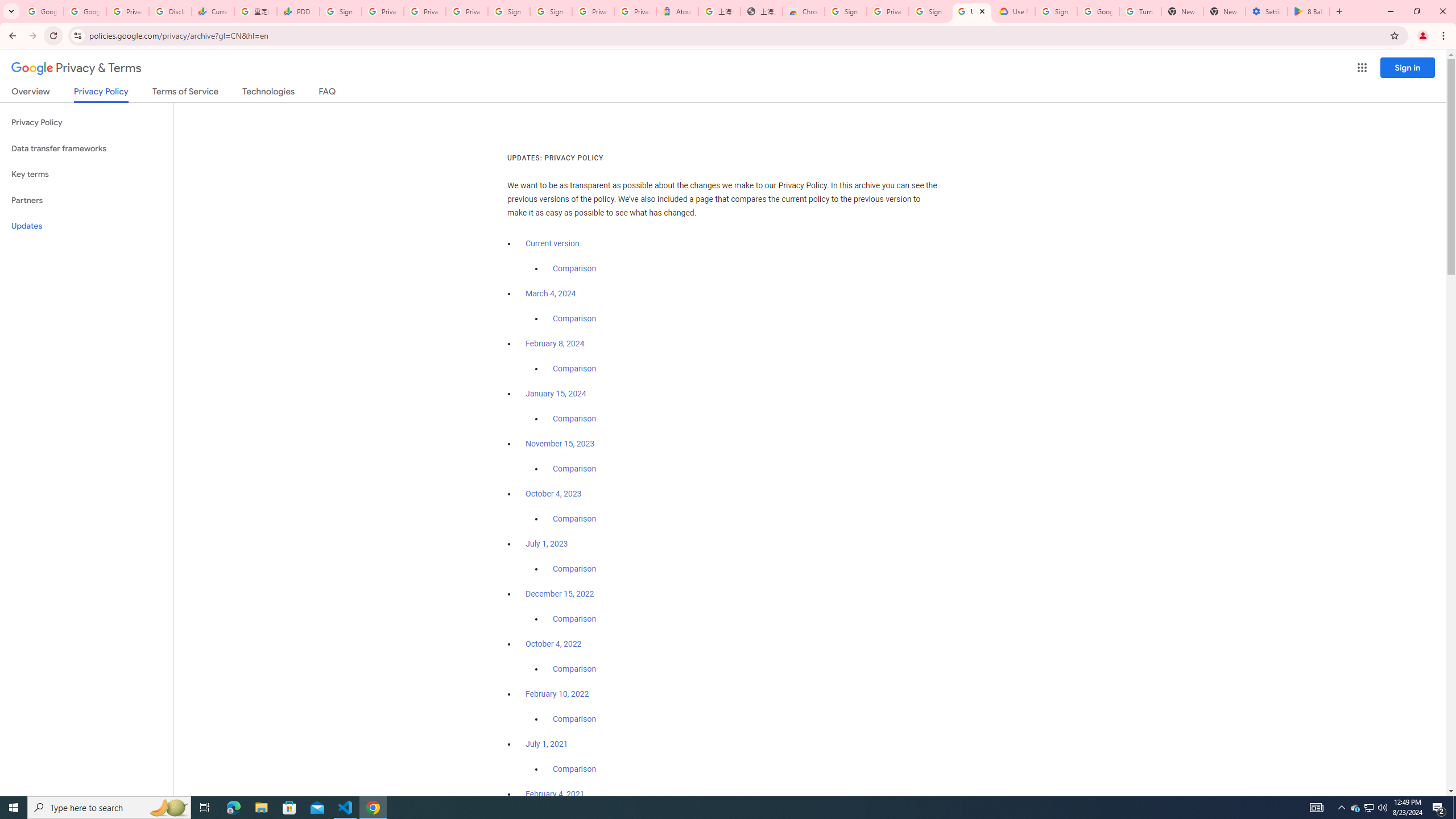  I want to click on 'Comparison', so click(573, 768).